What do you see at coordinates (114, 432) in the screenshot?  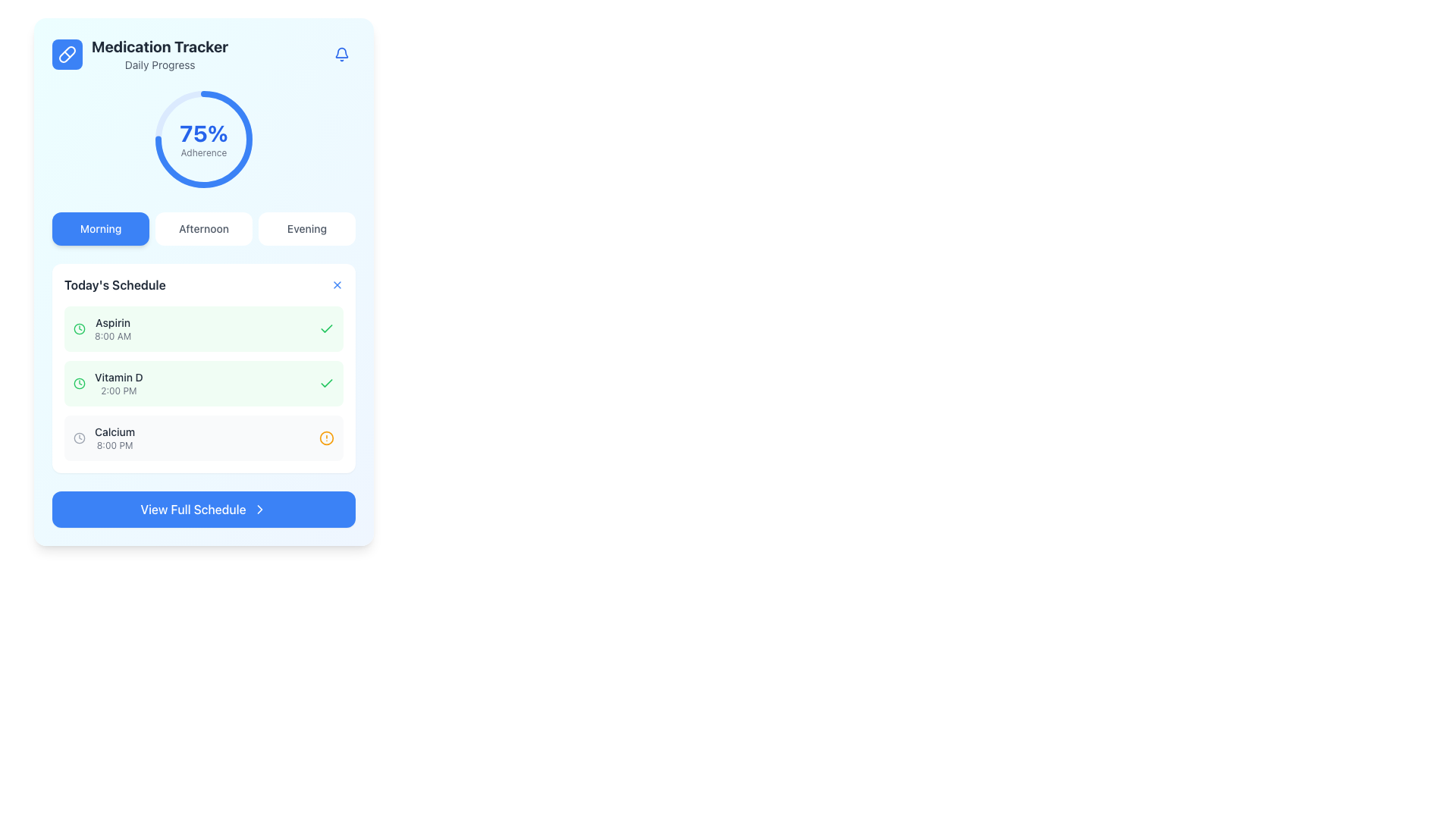 I see `the static text label 'Calcium', which is part of 'Today's Schedule' and located above the time indication '8:00 PM'` at bounding box center [114, 432].